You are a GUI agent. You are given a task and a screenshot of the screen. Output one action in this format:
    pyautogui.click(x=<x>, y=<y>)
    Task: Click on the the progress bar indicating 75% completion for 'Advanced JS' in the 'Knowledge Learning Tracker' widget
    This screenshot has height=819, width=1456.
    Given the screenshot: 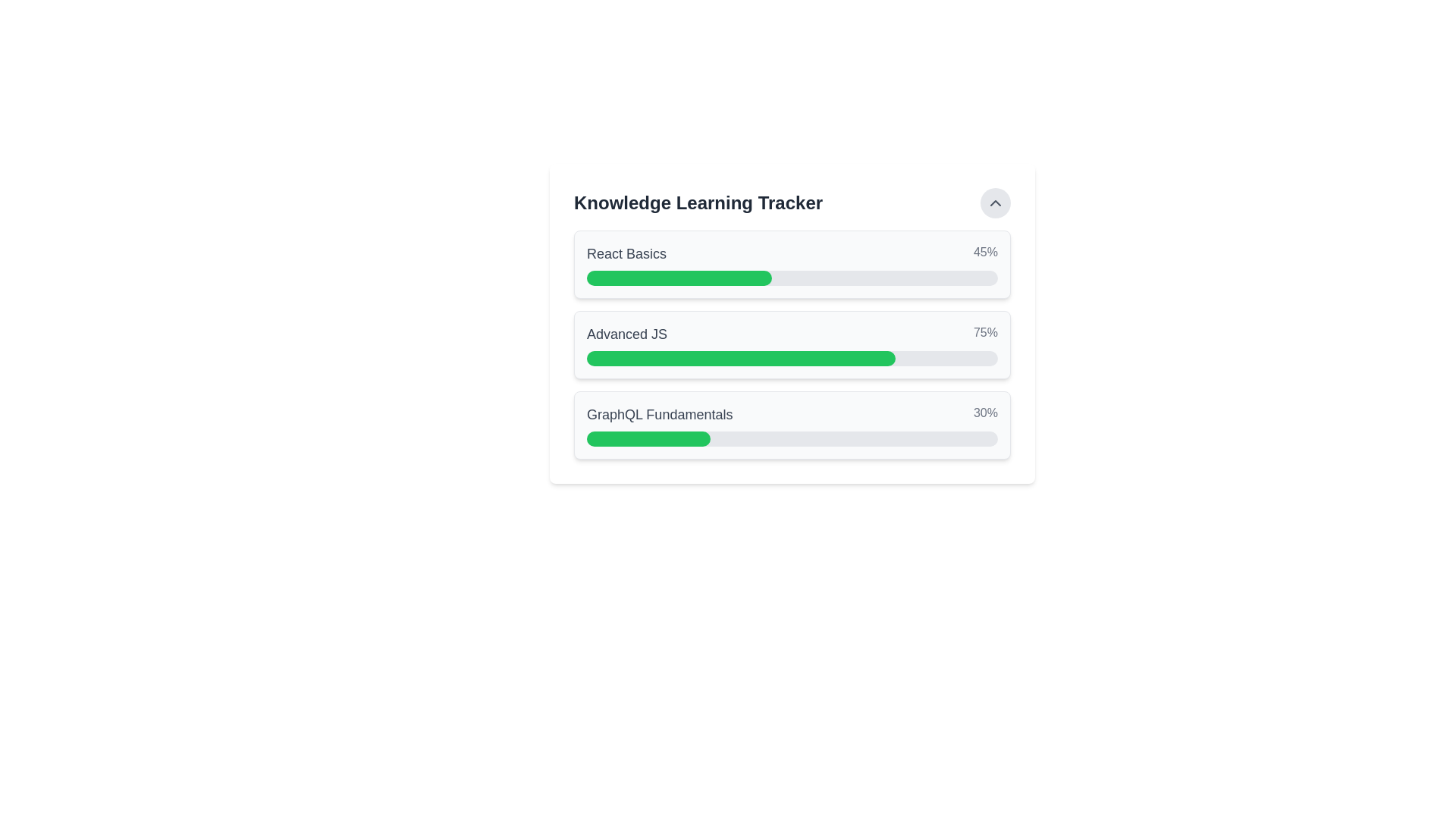 What is the action you would take?
    pyautogui.click(x=792, y=359)
    